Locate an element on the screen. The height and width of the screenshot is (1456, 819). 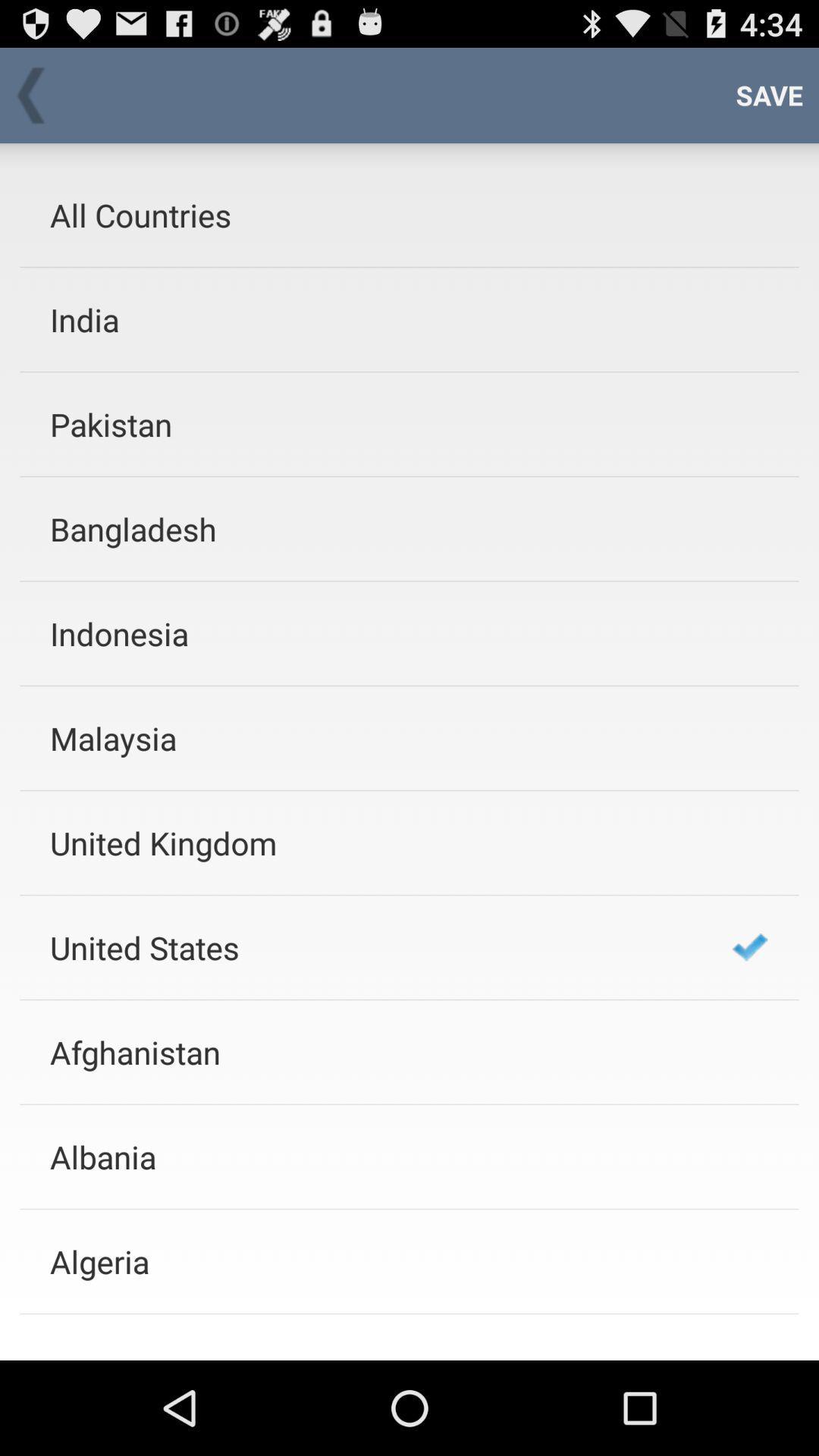
the item below the save icon is located at coordinates (749, 946).